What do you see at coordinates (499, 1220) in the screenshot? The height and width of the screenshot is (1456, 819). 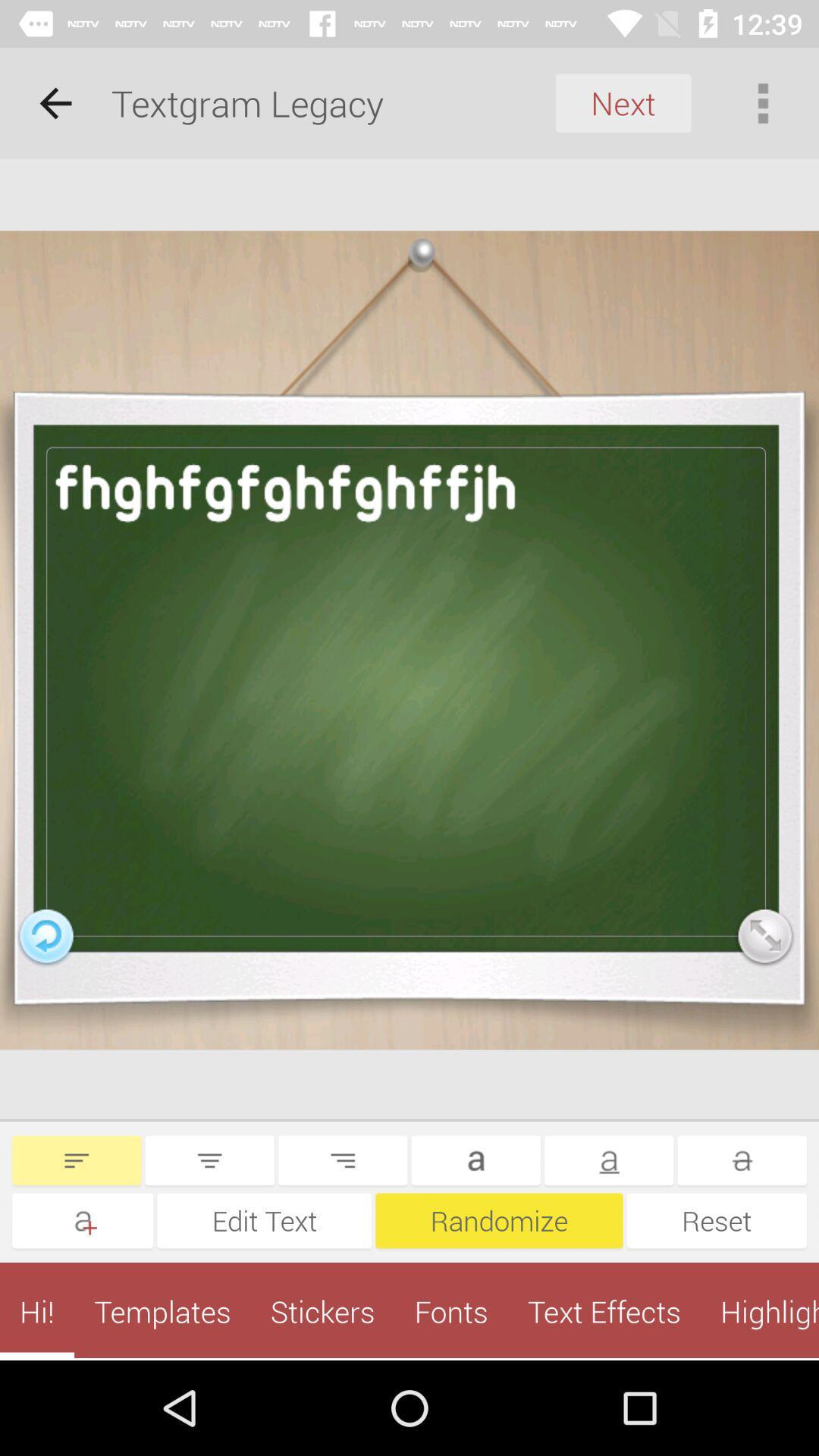 I see `icon to the left of reset` at bounding box center [499, 1220].